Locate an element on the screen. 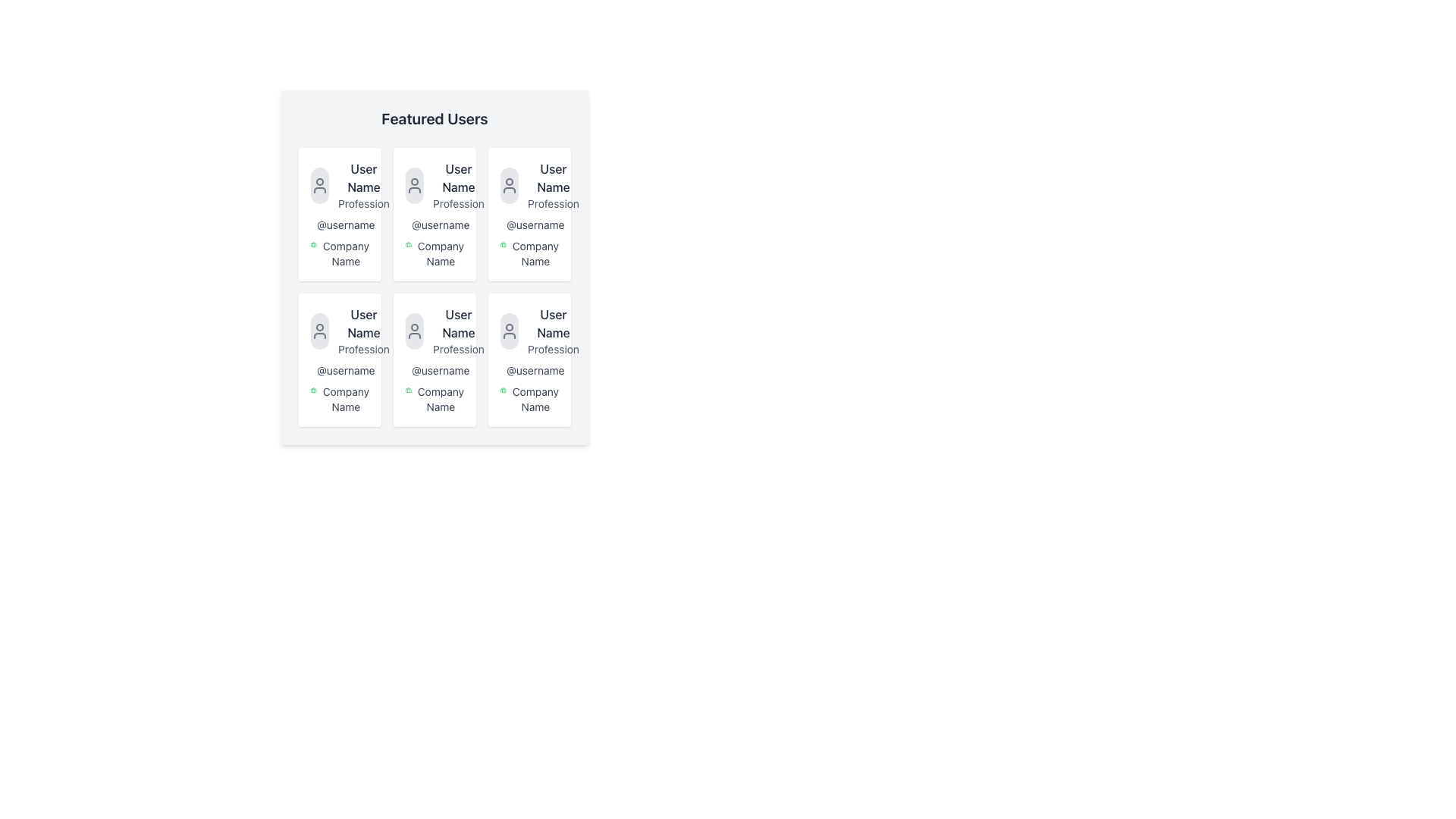 Image resolution: width=1456 pixels, height=819 pixels. the Profile display block that contains the username in larger, bold fonts and the profession in smaller, muted text, located in the second column of the upper row in a grid layout is located at coordinates (434, 185).